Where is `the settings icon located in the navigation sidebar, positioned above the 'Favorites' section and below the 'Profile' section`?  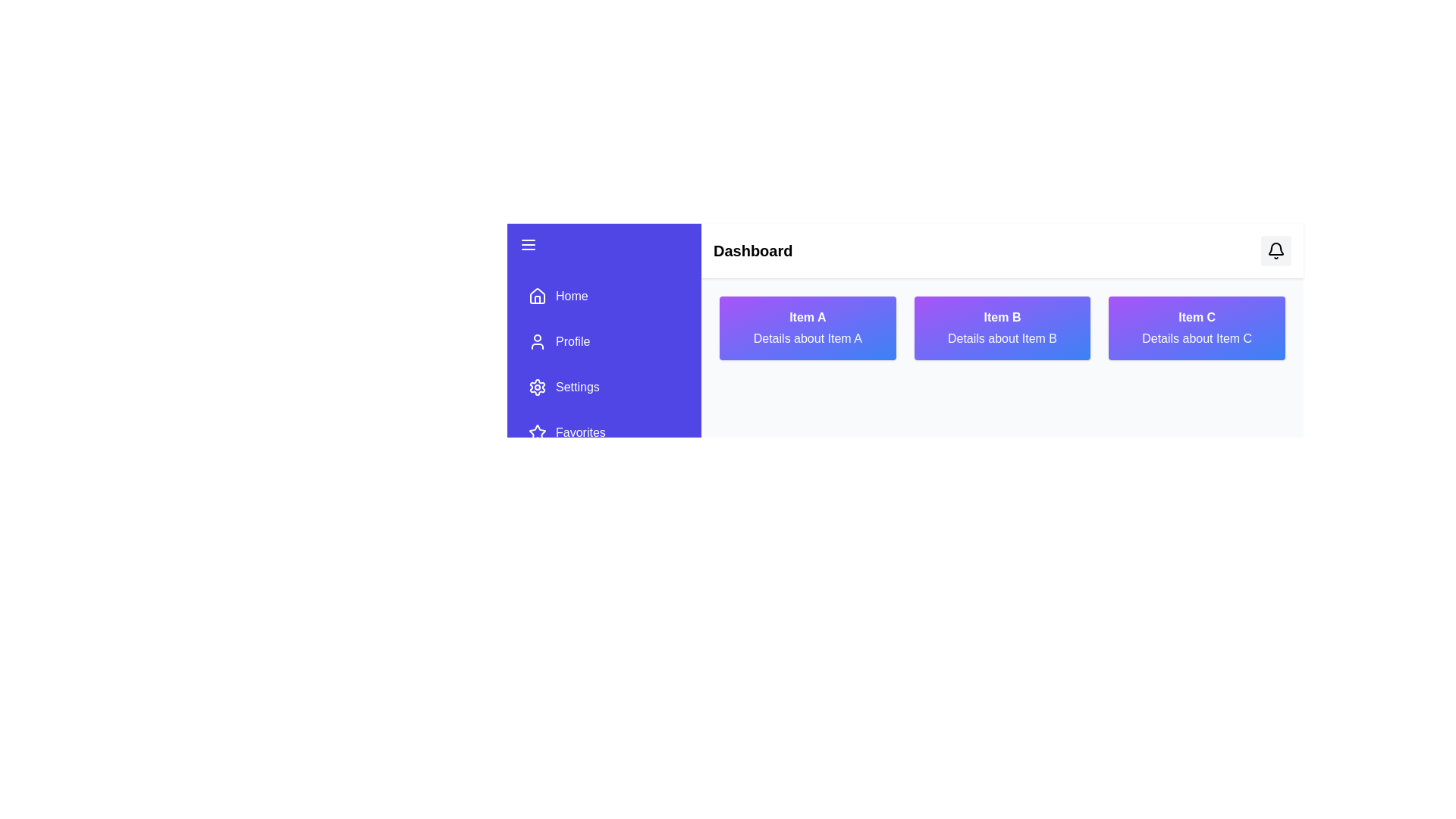
the settings icon located in the navigation sidebar, positioned above the 'Favorites' section and below the 'Profile' section is located at coordinates (538, 386).